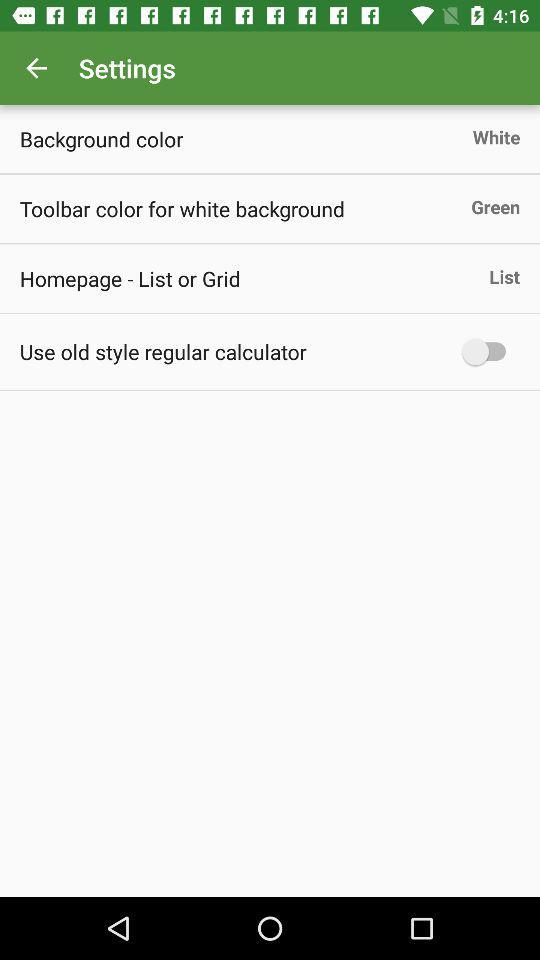 The image size is (540, 960). Describe the element at coordinates (36, 68) in the screenshot. I see `icon next to the settings icon` at that location.